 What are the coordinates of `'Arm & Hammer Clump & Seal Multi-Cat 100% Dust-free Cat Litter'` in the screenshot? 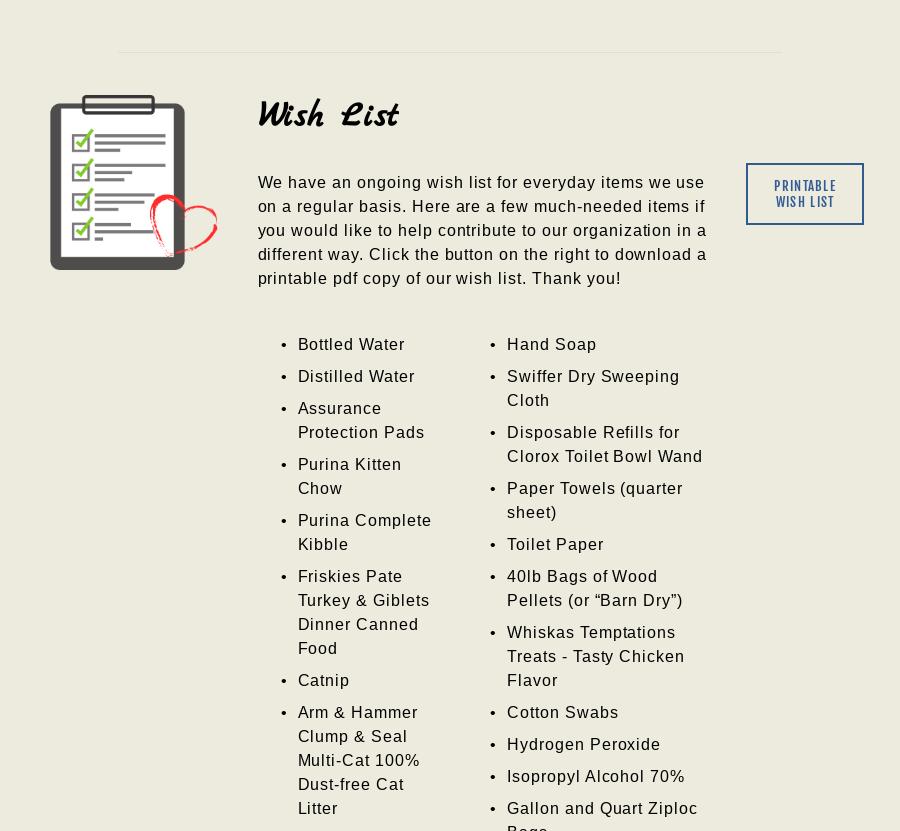 It's located at (360, 760).